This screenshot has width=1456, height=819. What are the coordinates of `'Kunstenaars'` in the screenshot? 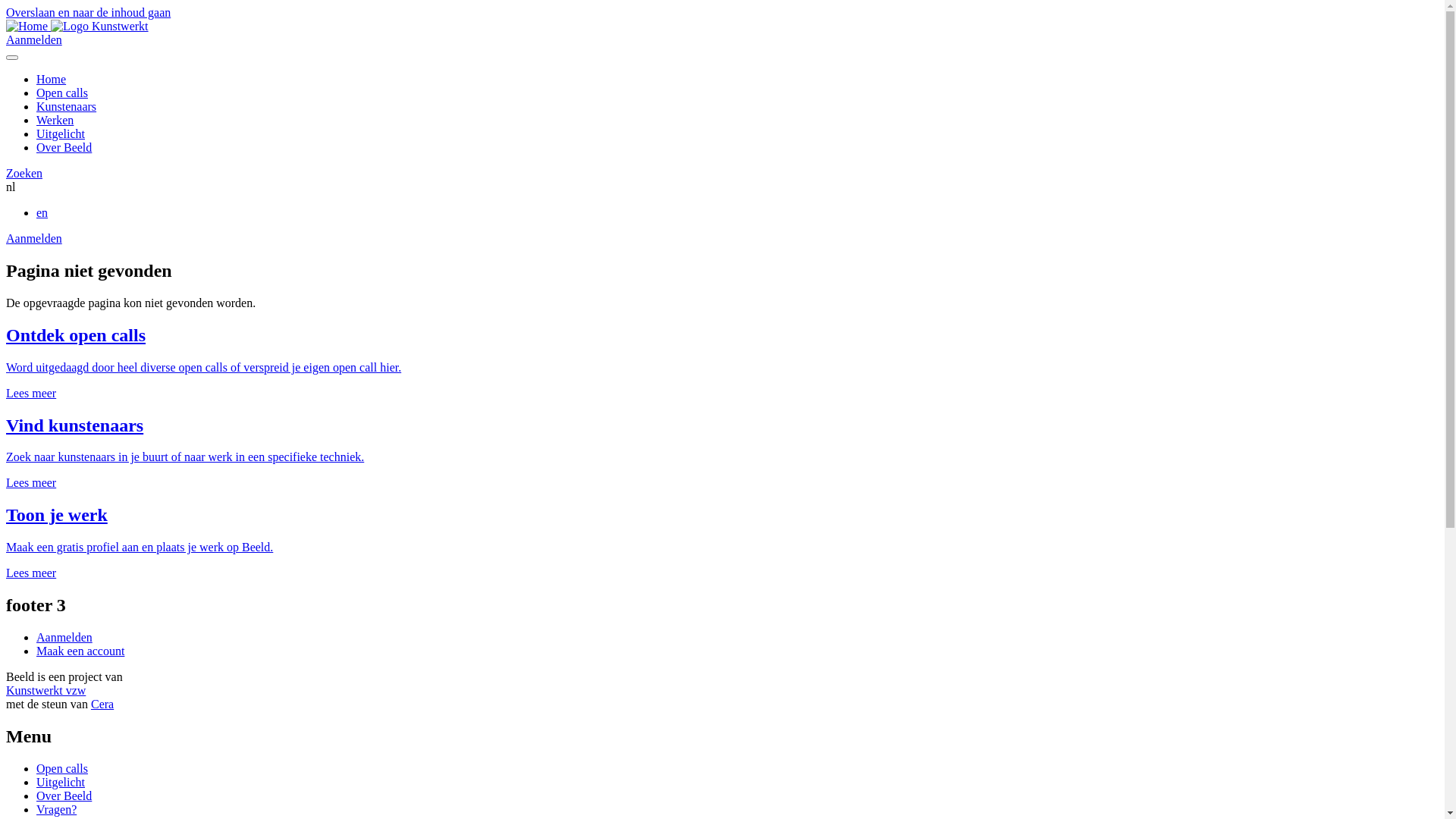 It's located at (65, 105).